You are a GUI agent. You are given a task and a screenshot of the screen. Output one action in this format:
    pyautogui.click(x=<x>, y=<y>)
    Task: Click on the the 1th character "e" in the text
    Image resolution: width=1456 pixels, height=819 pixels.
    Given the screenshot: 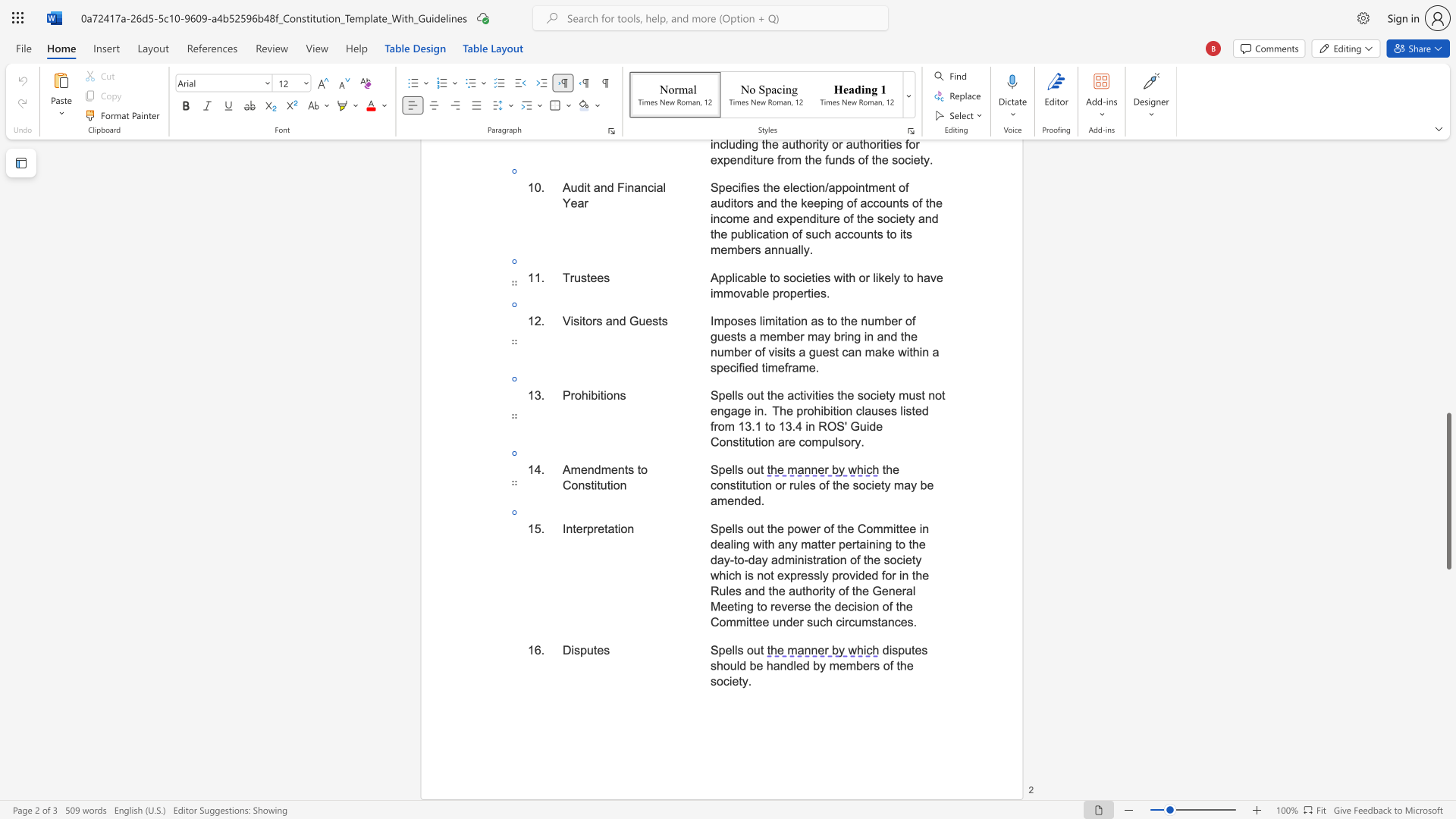 What is the action you would take?
    pyautogui.click(x=848, y=543)
    